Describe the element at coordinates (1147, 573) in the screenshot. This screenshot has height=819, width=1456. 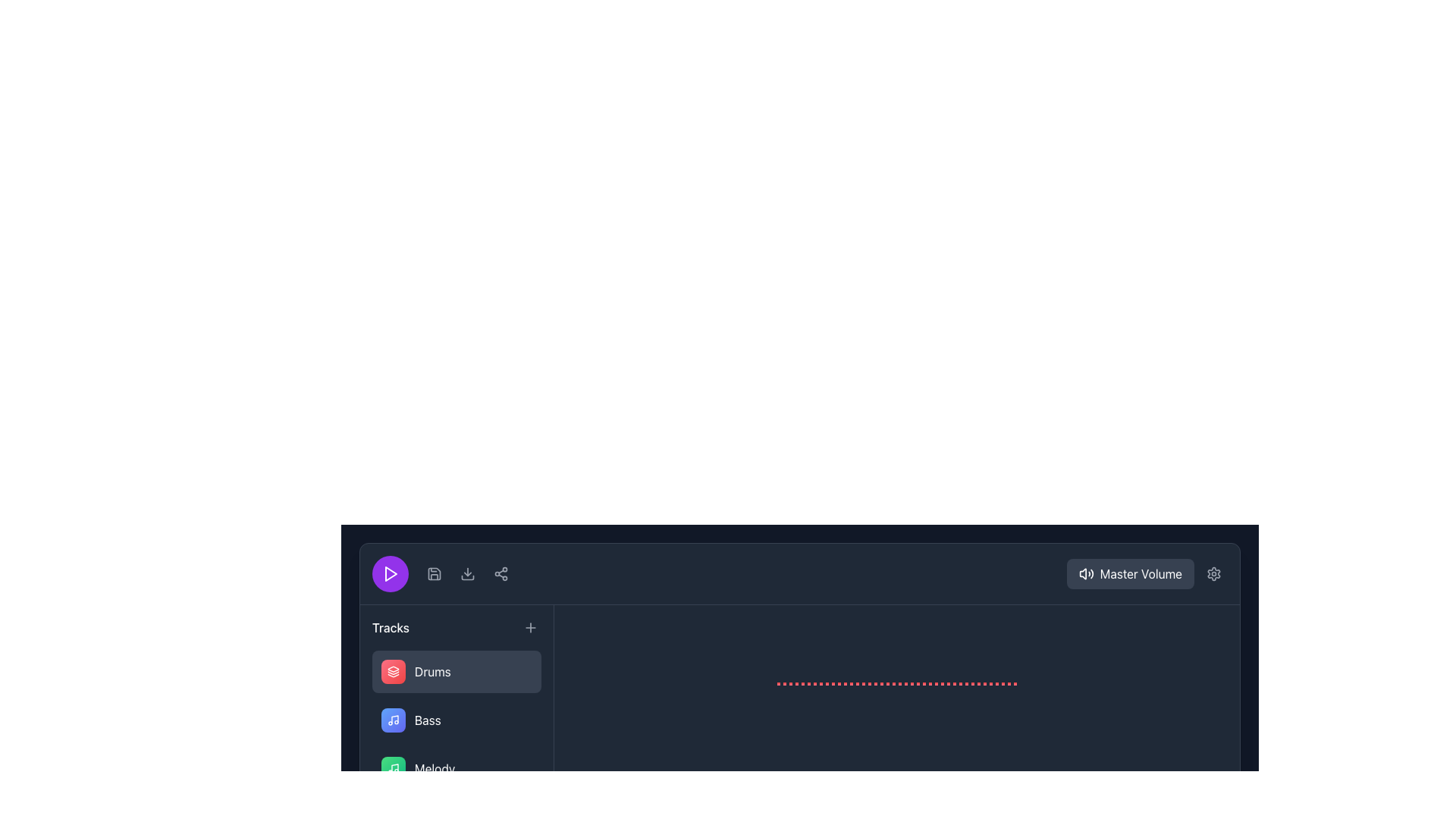
I see `the Interactive Button/Text Element for managing or accessing the 'Master Volume' settings, located in the top-right corner of the application layout` at that location.